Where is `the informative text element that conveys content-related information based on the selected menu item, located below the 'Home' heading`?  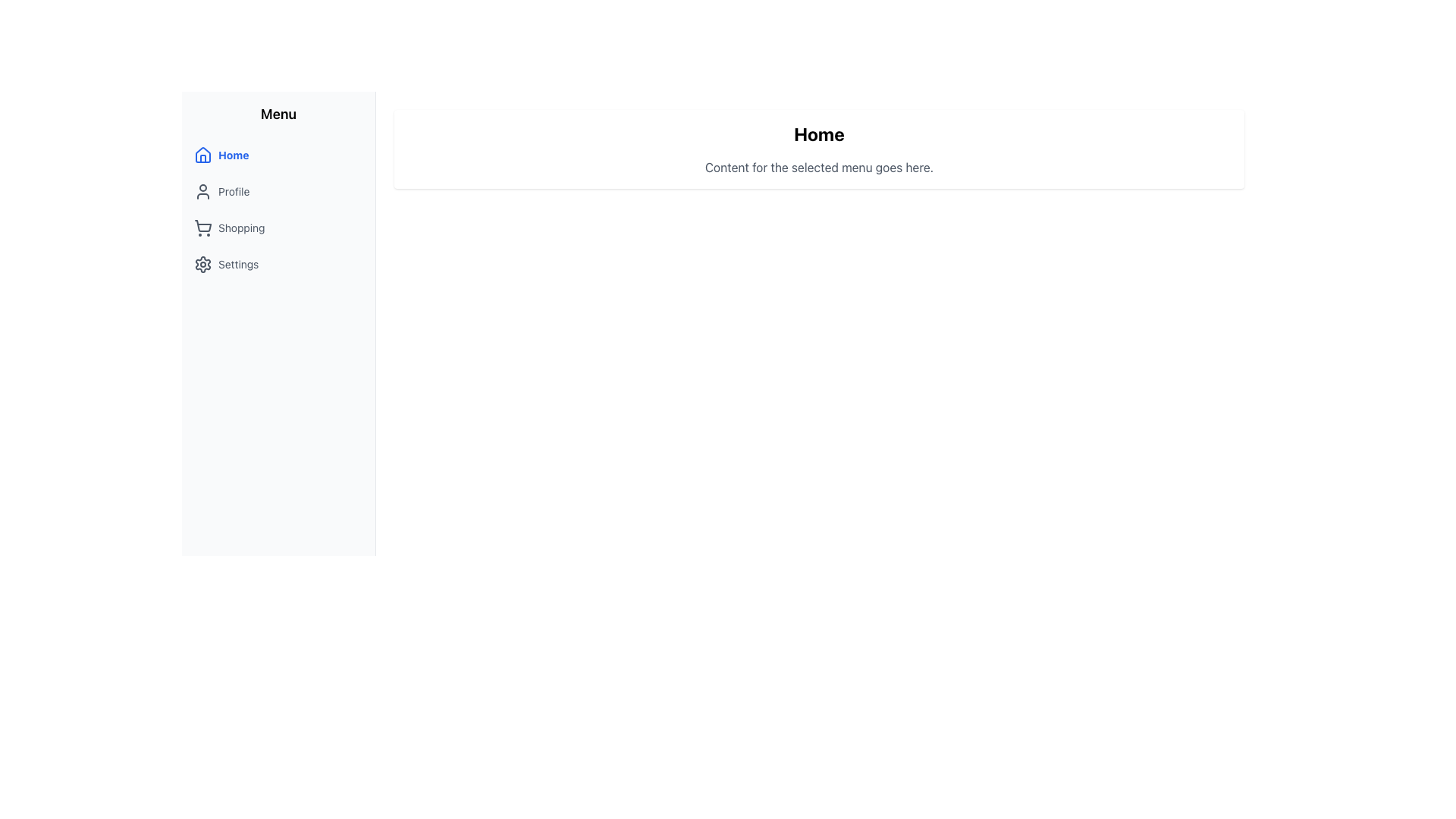 the informative text element that conveys content-related information based on the selected menu item, located below the 'Home' heading is located at coordinates (818, 167).